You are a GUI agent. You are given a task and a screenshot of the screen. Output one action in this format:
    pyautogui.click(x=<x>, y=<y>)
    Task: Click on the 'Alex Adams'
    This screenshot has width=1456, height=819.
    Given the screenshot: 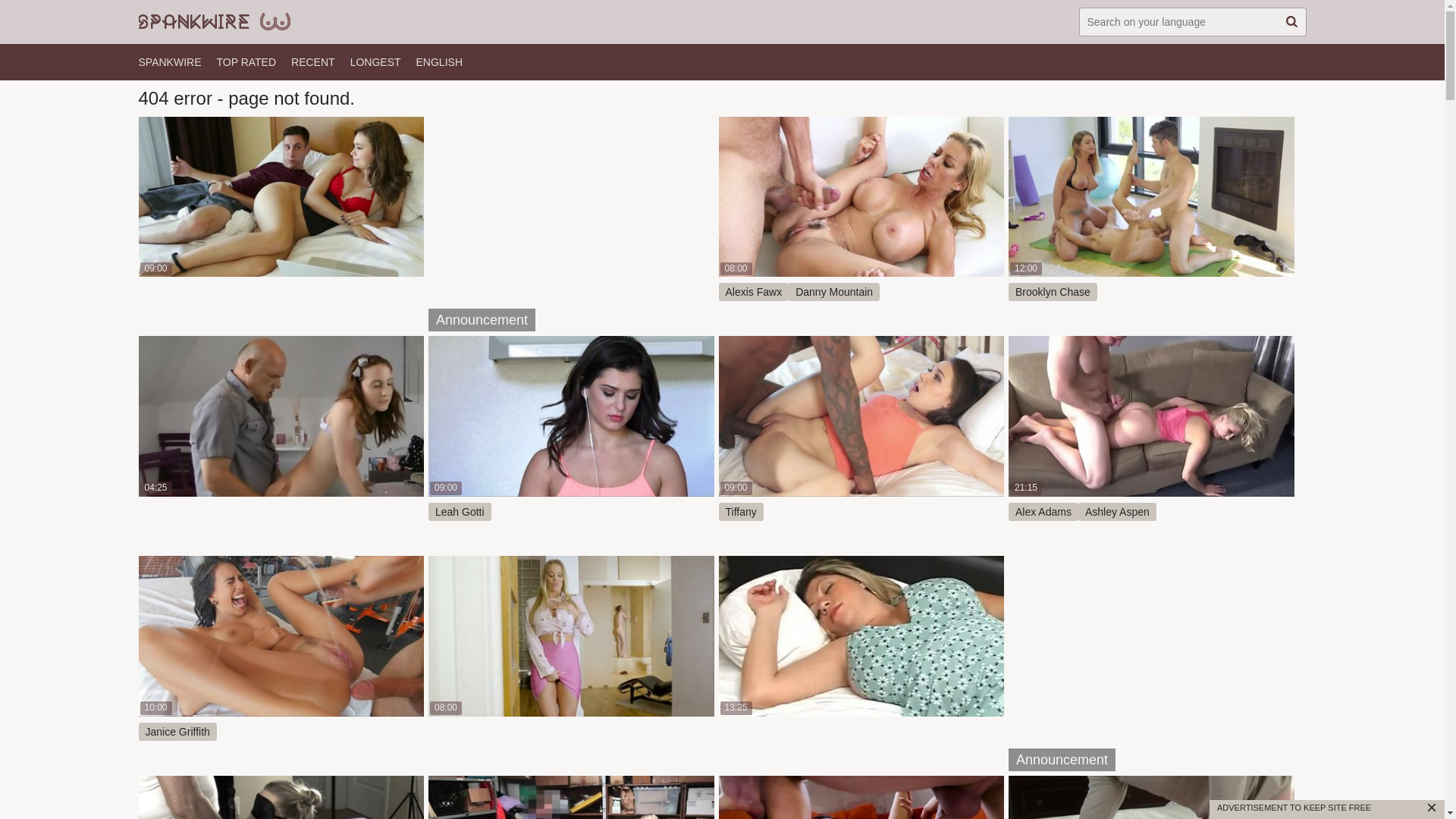 What is the action you would take?
    pyautogui.click(x=1043, y=512)
    